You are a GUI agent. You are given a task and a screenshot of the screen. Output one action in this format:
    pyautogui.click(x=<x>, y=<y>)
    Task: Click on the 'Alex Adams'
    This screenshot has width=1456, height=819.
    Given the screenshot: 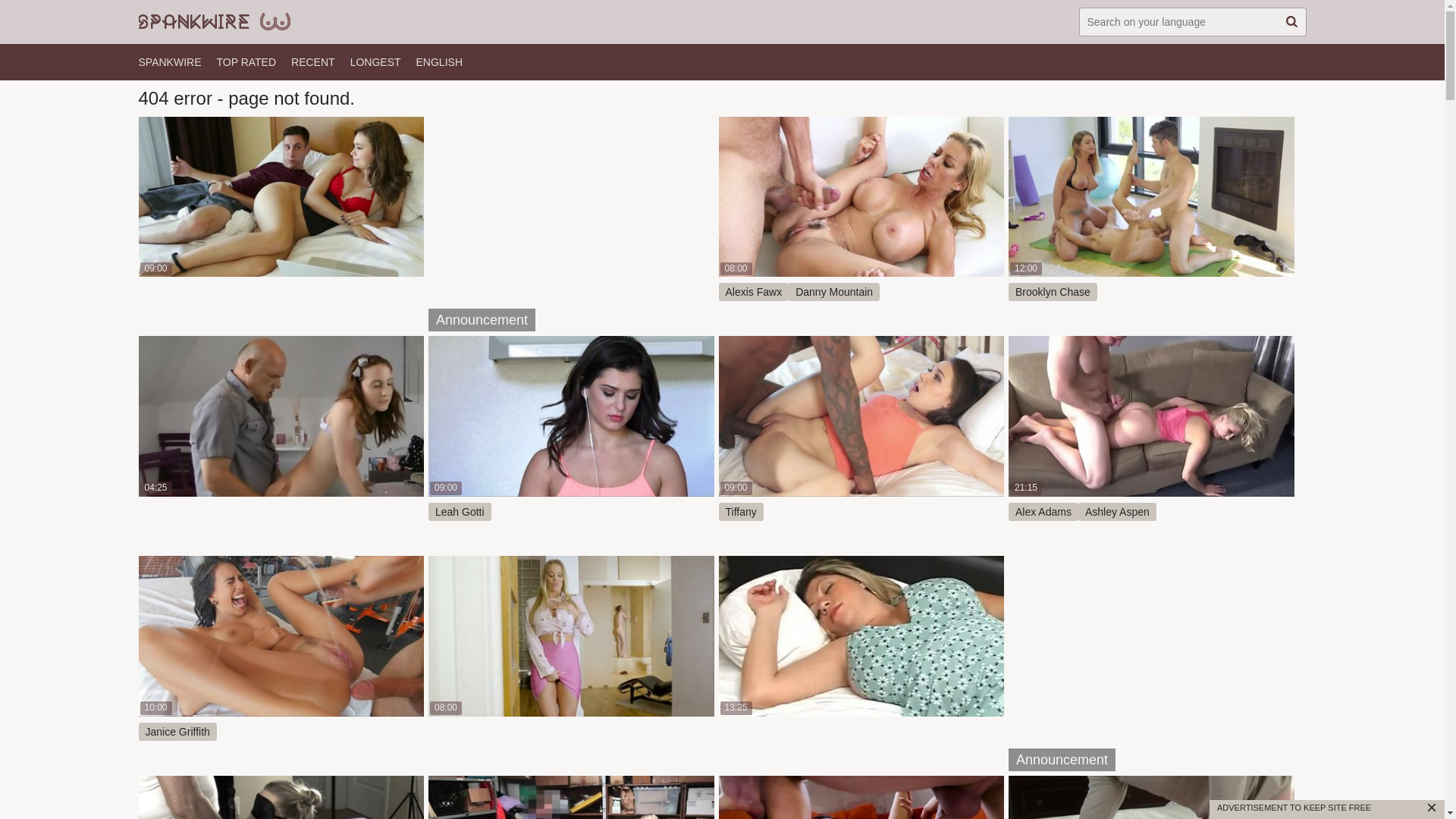 What is the action you would take?
    pyautogui.click(x=1043, y=512)
    